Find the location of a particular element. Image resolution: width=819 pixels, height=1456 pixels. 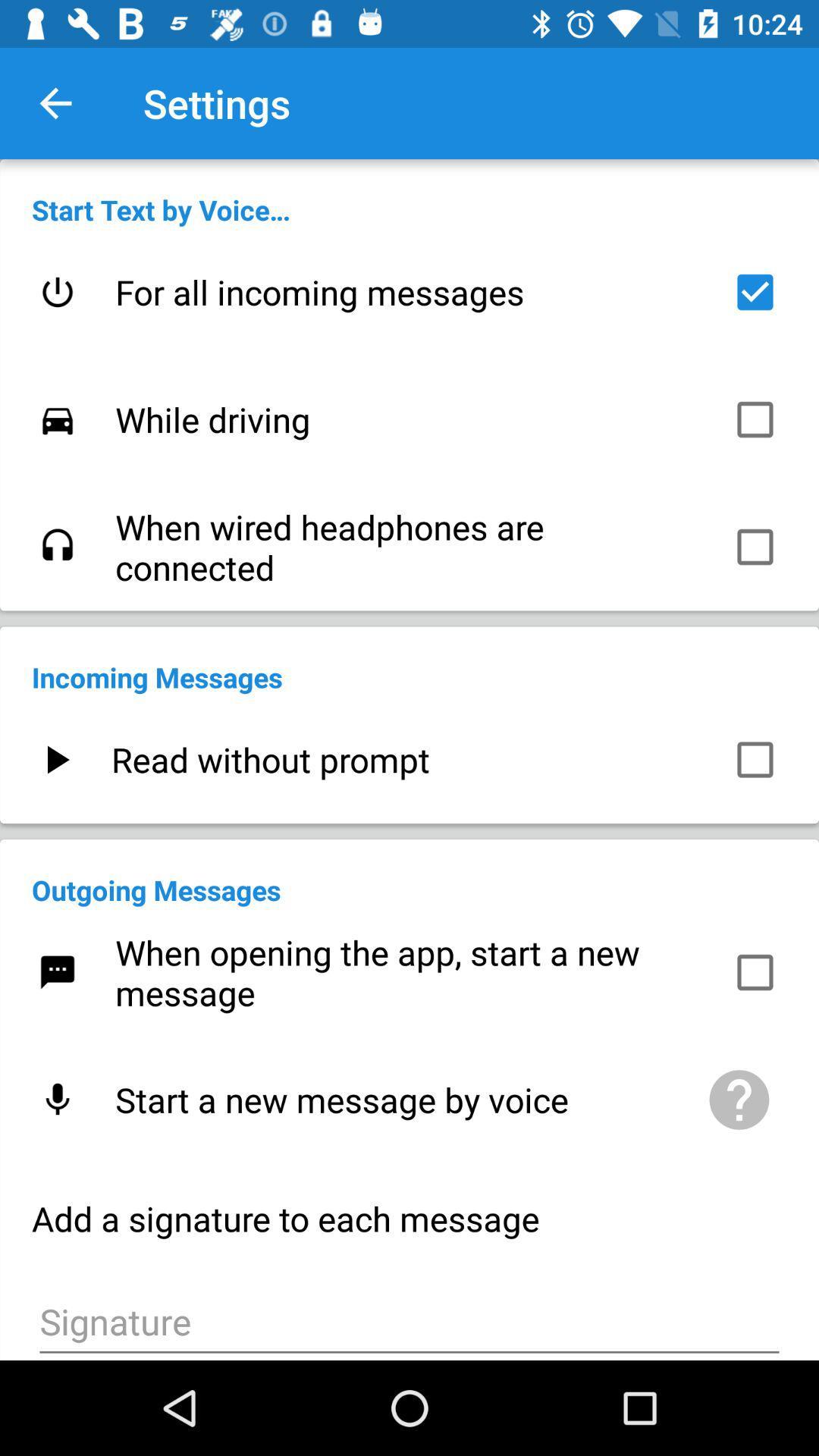

item next to start a new icon is located at coordinates (739, 1100).